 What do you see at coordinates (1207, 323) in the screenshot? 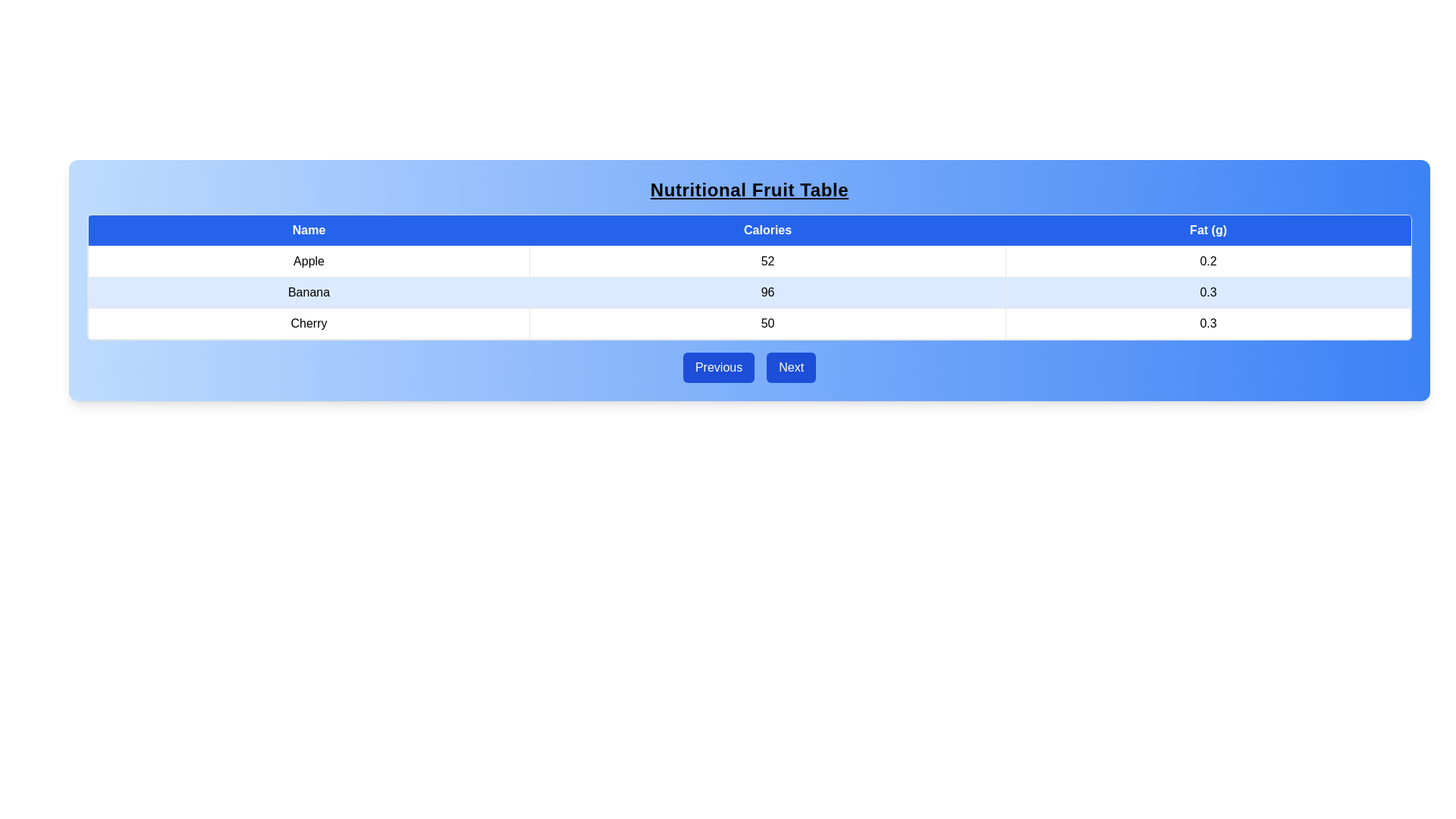
I see `the table cell displaying the value '0.3' in the 'Nutritional Fruit Table' that corresponds to 'Cherry' data` at bounding box center [1207, 323].